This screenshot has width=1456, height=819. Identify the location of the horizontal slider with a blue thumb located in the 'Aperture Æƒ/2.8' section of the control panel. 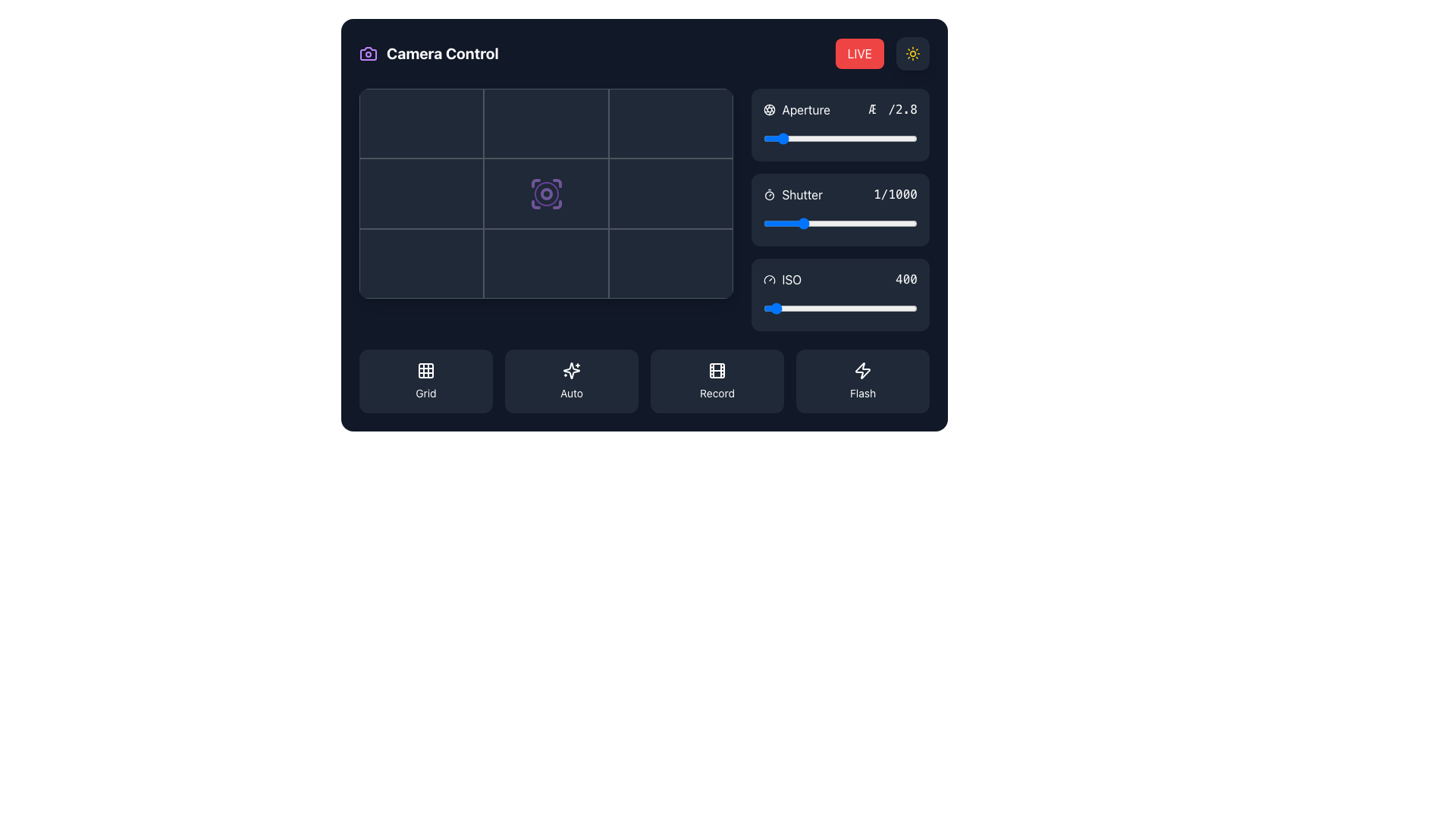
(839, 138).